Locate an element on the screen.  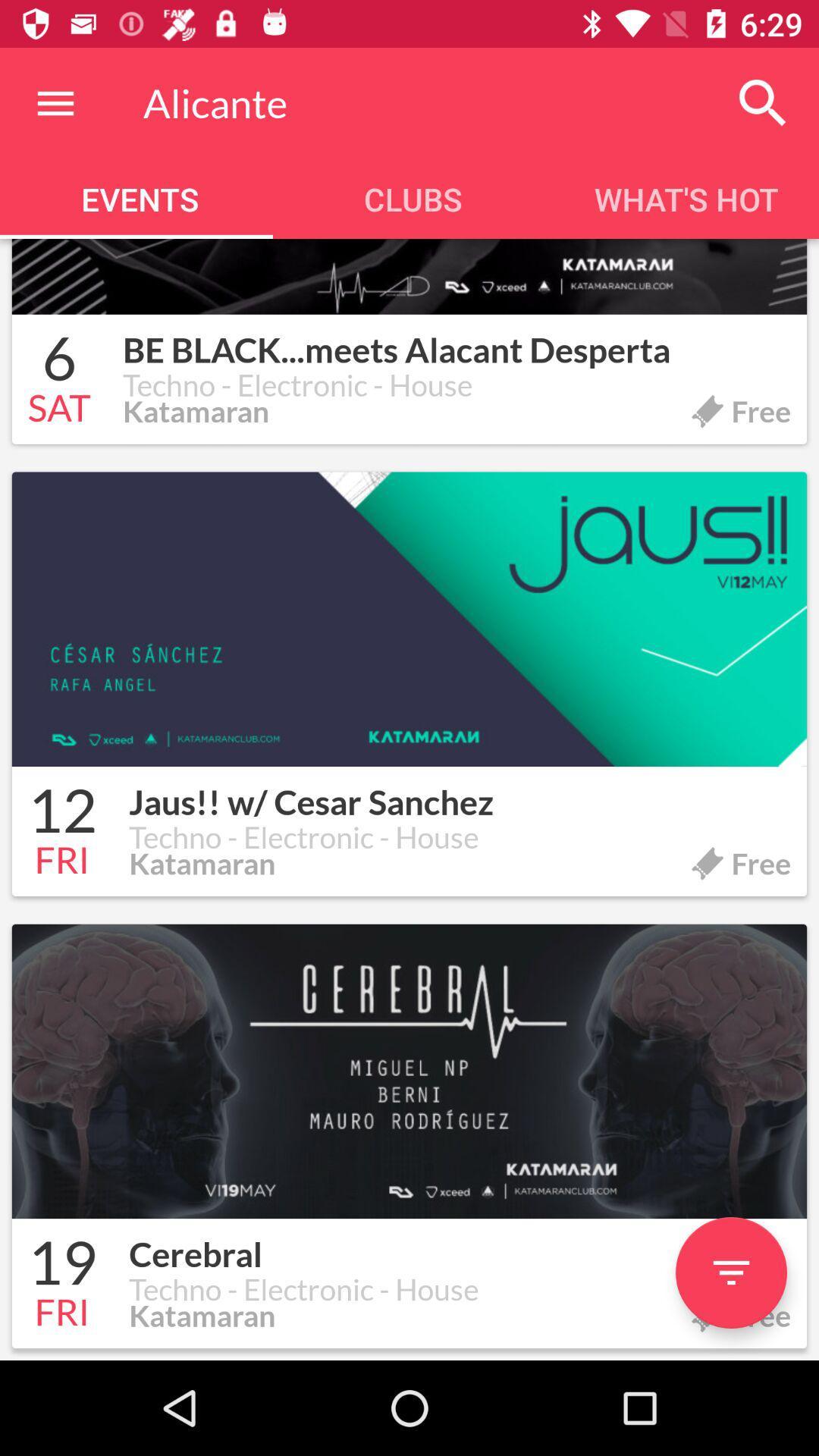
item to the right of alicante item is located at coordinates (763, 102).